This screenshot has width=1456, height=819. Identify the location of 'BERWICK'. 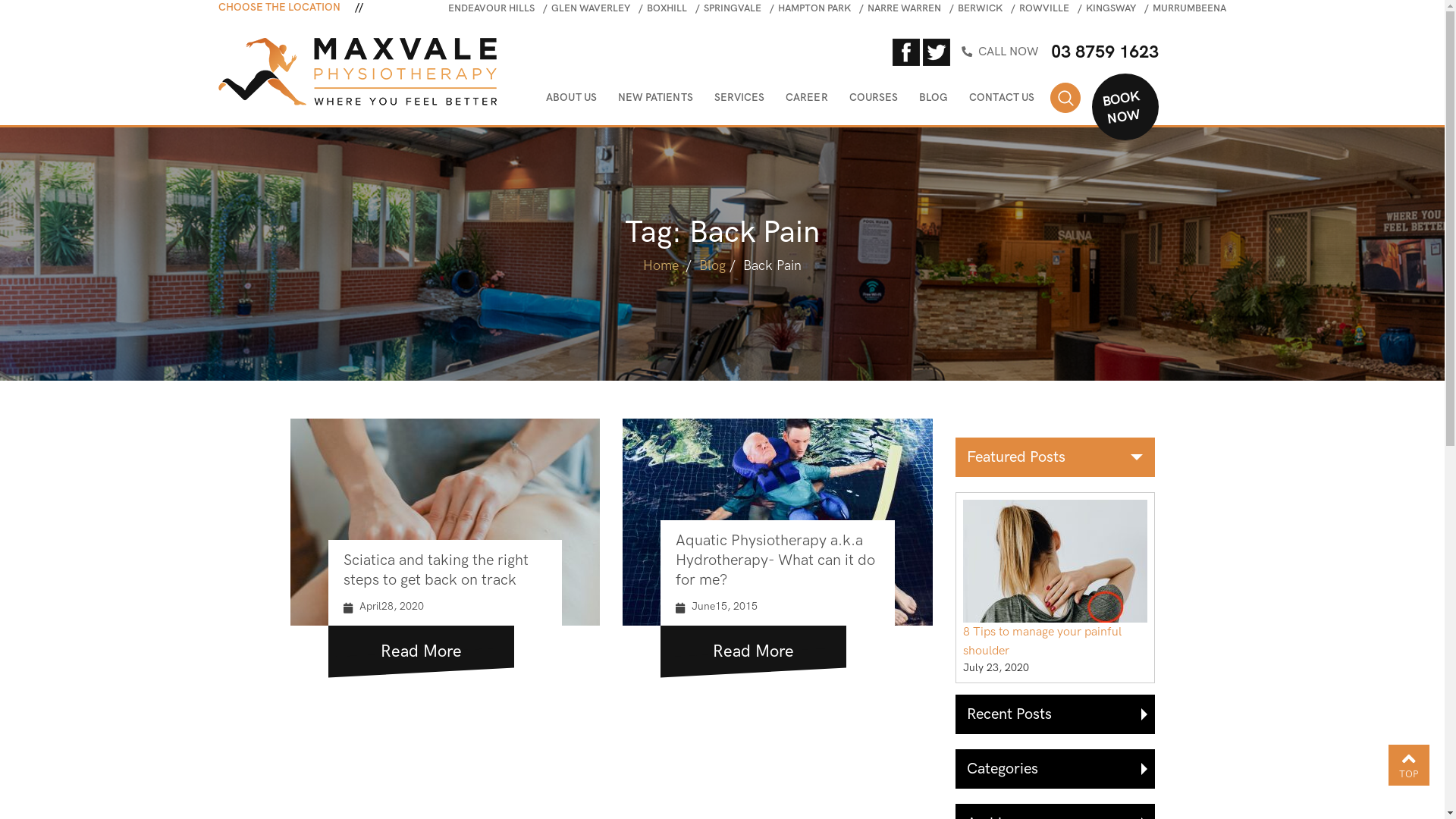
(980, 8).